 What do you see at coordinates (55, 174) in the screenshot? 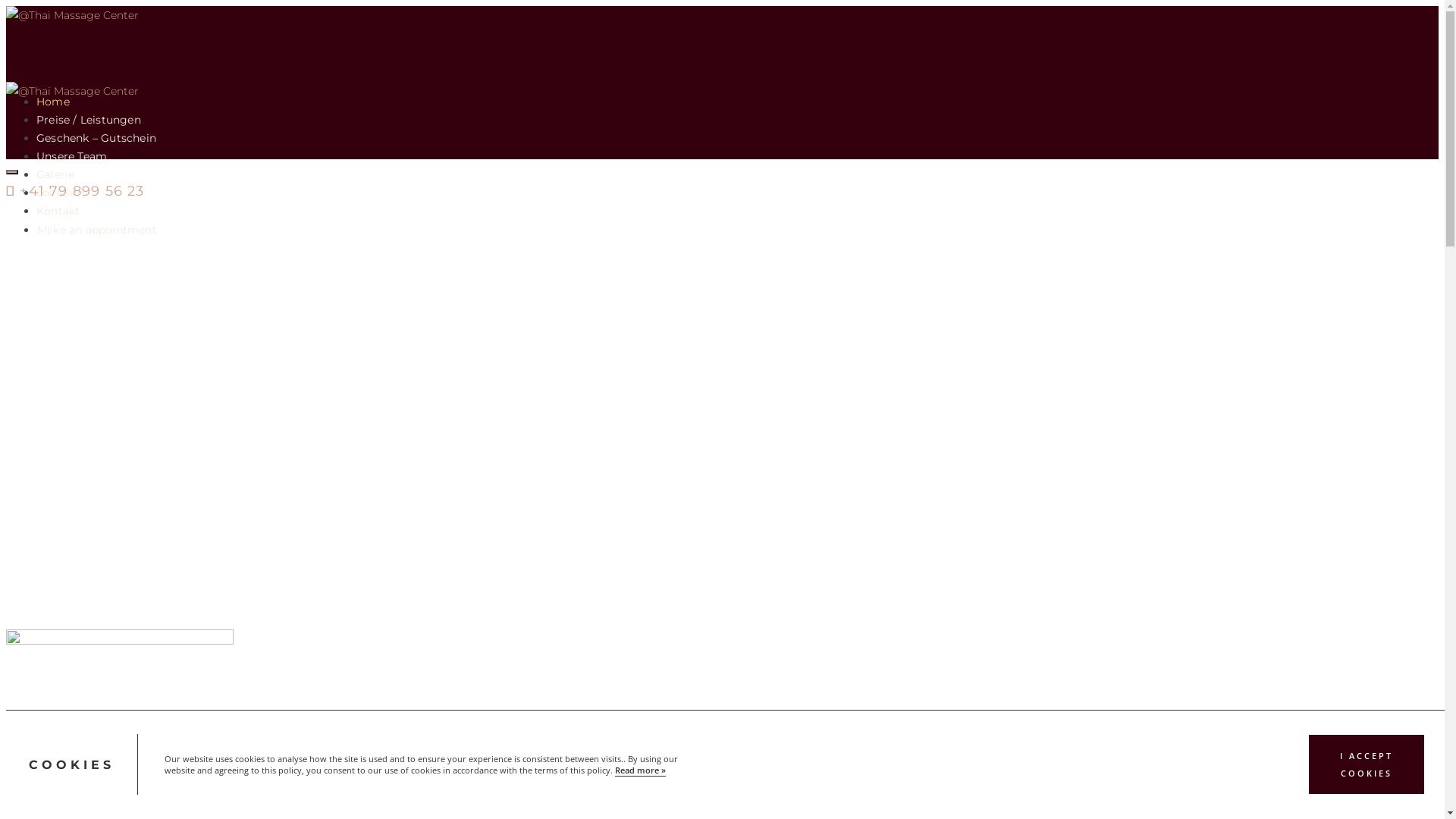
I see `'Galerie'` at bounding box center [55, 174].